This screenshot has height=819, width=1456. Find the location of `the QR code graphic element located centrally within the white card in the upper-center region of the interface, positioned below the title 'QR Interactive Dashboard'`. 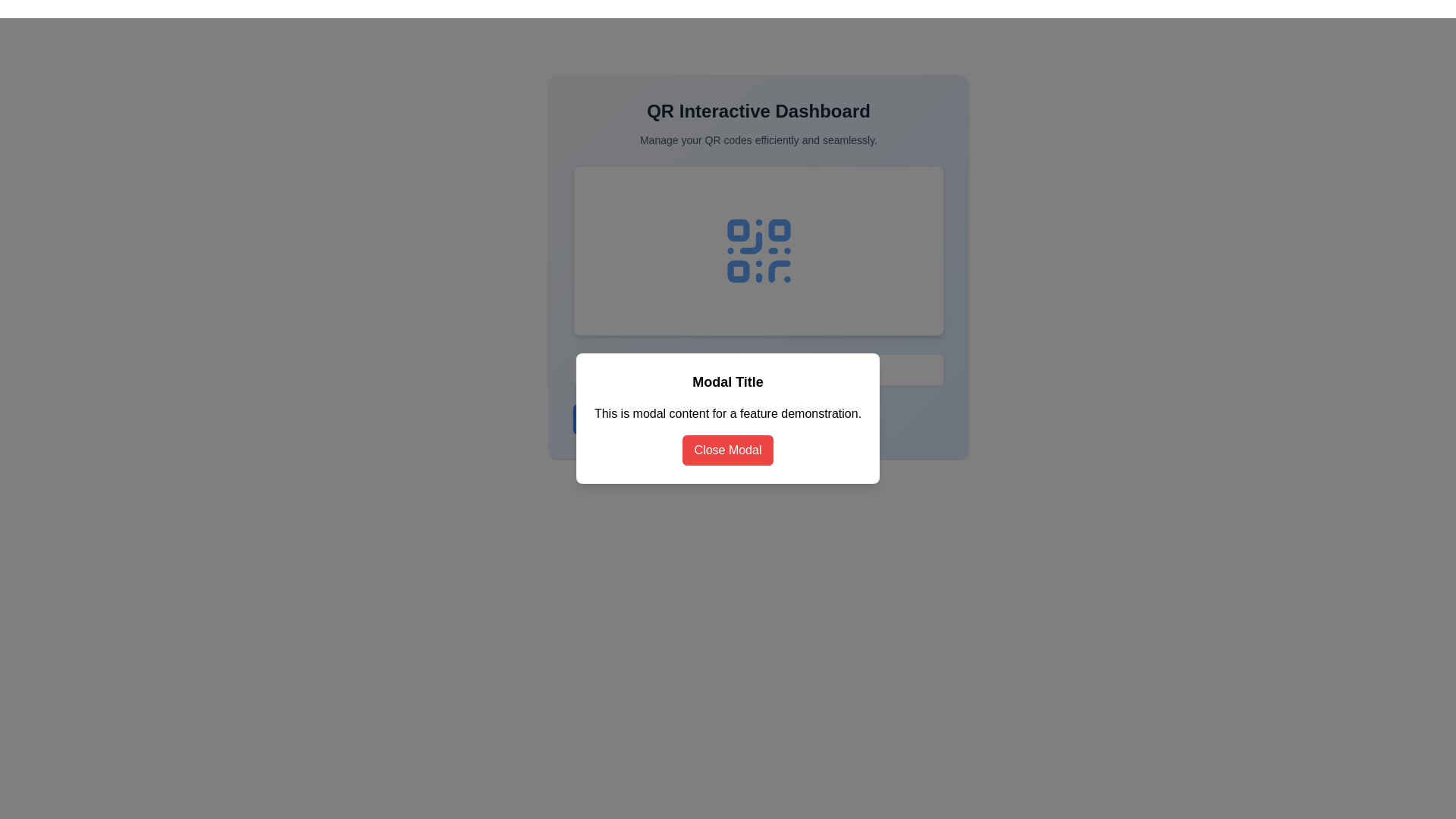

the QR code graphic element located centrally within the white card in the upper-center region of the interface, positioned below the title 'QR Interactive Dashboard' is located at coordinates (758, 250).